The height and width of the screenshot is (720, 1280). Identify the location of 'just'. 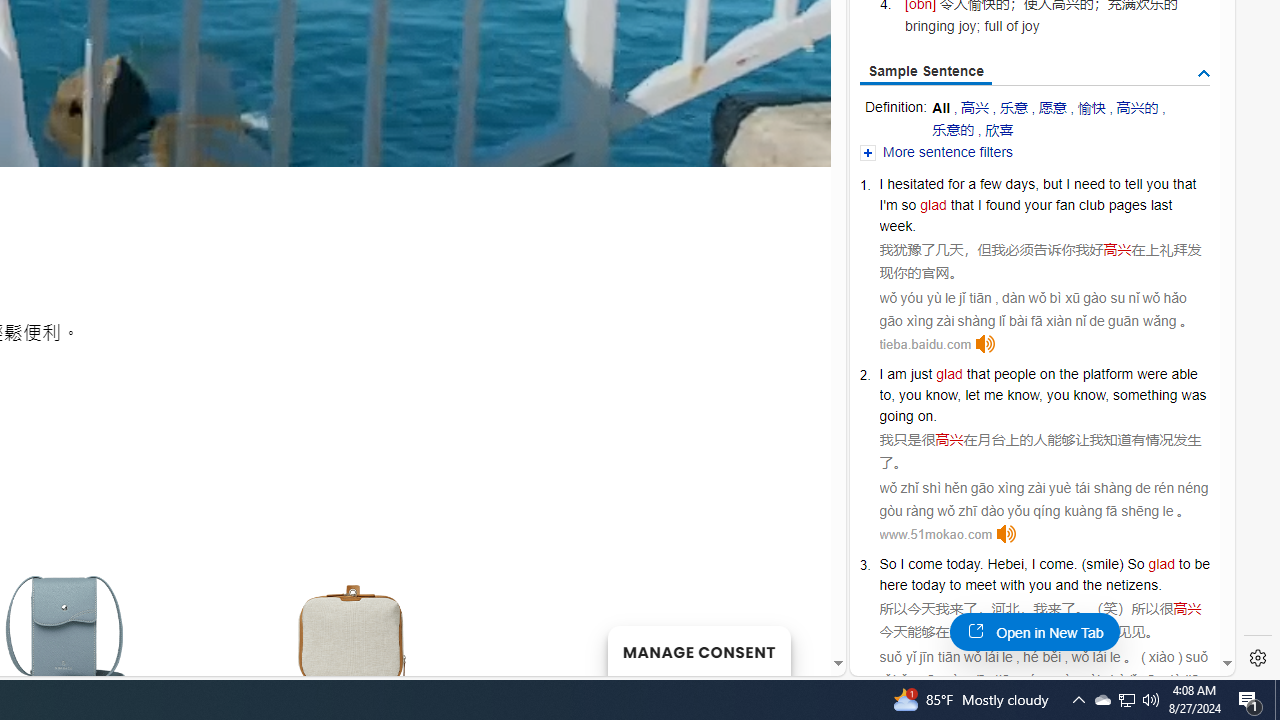
(920, 374).